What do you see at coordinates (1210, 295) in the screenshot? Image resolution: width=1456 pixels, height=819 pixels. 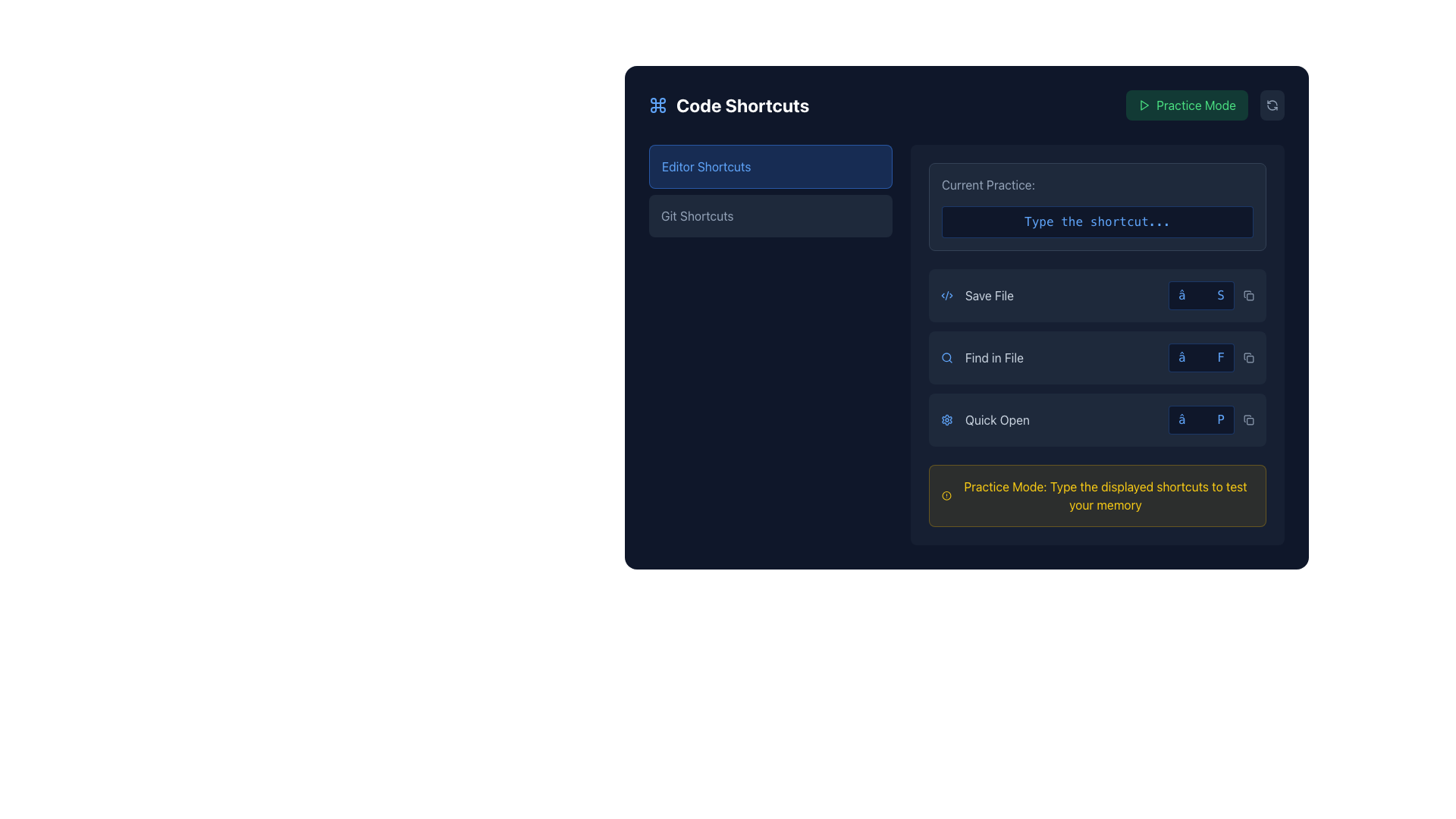 I see `the text label displaying '⌘ S' with a rounded border that is part of the shortcut descriptors under the 'Save File' label` at bounding box center [1210, 295].